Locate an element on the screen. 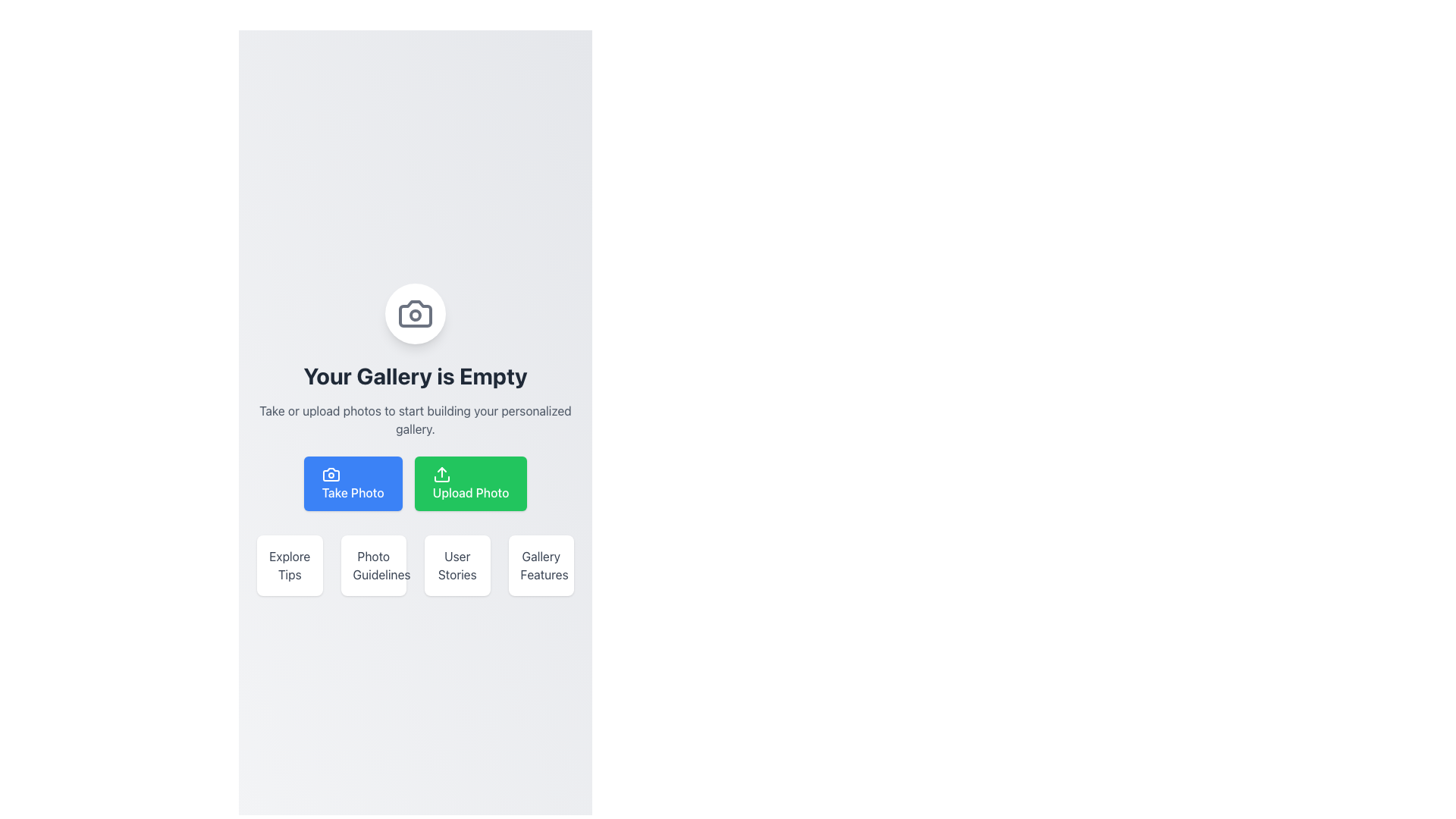  the text label stating 'Take or upload photos to start building your personalized gallery.' which is located below 'Your Gallery is Empty' and above the buttons 'Take Photo' and 'Upload Photo' is located at coordinates (415, 420).